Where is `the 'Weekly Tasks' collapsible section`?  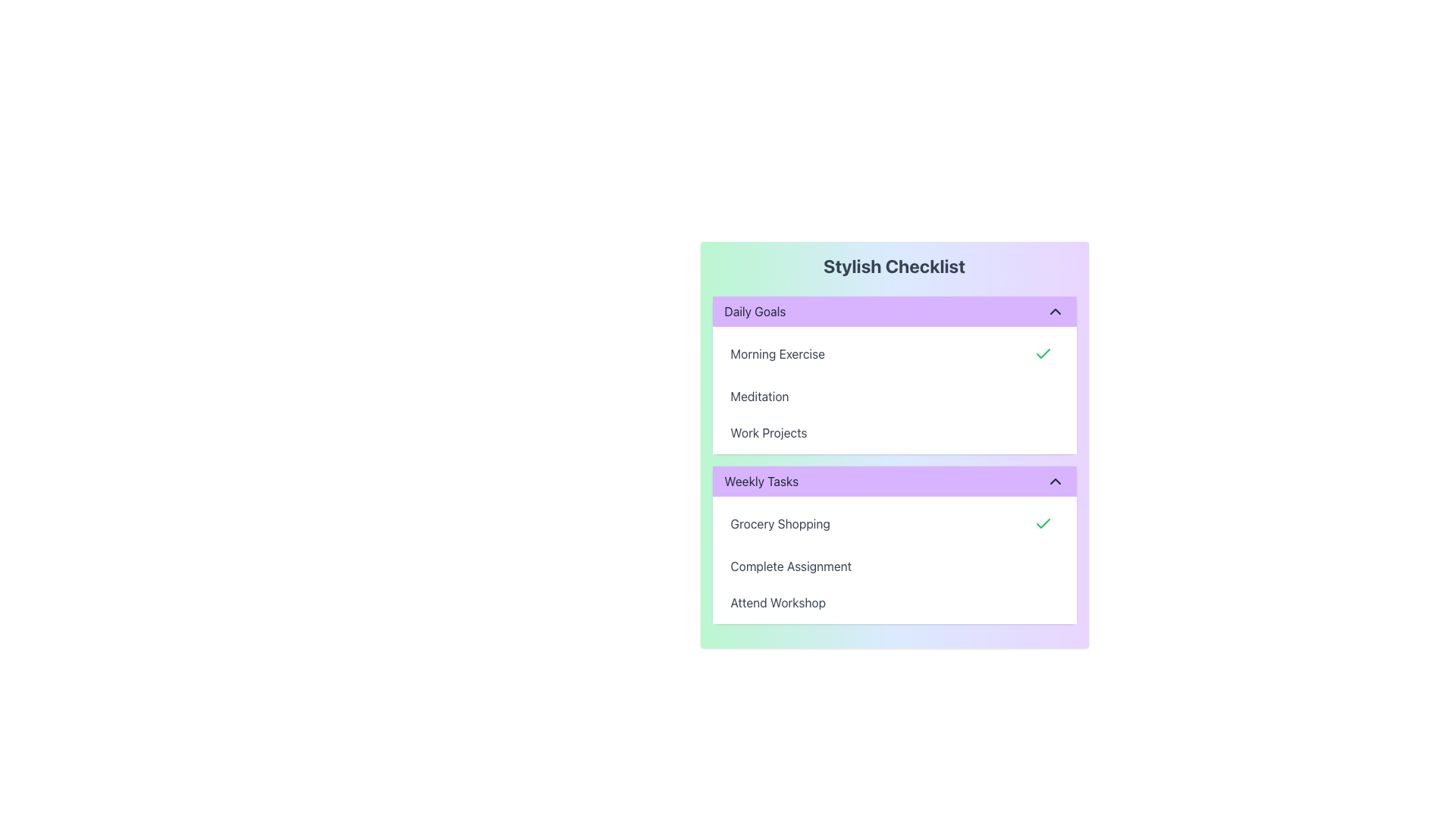 the 'Weekly Tasks' collapsible section is located at coordinates (894, 459).